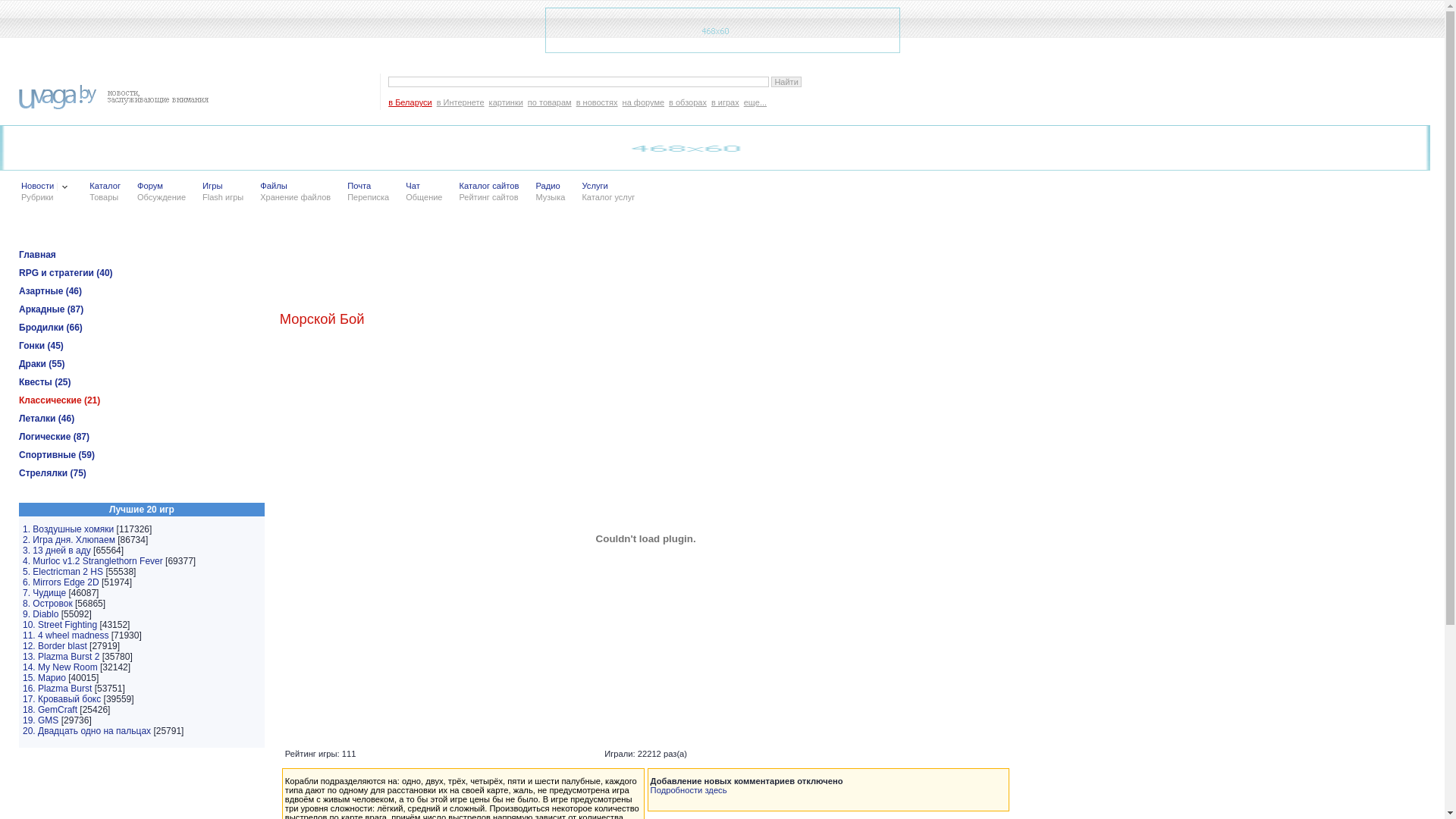 Image resolution: width=1456 pixels, height=819 pixels. What do you see at coordinates (57, 688) in the screenshot?
I see `'16. Plazma Burst'` at bounding box center [57, 688].